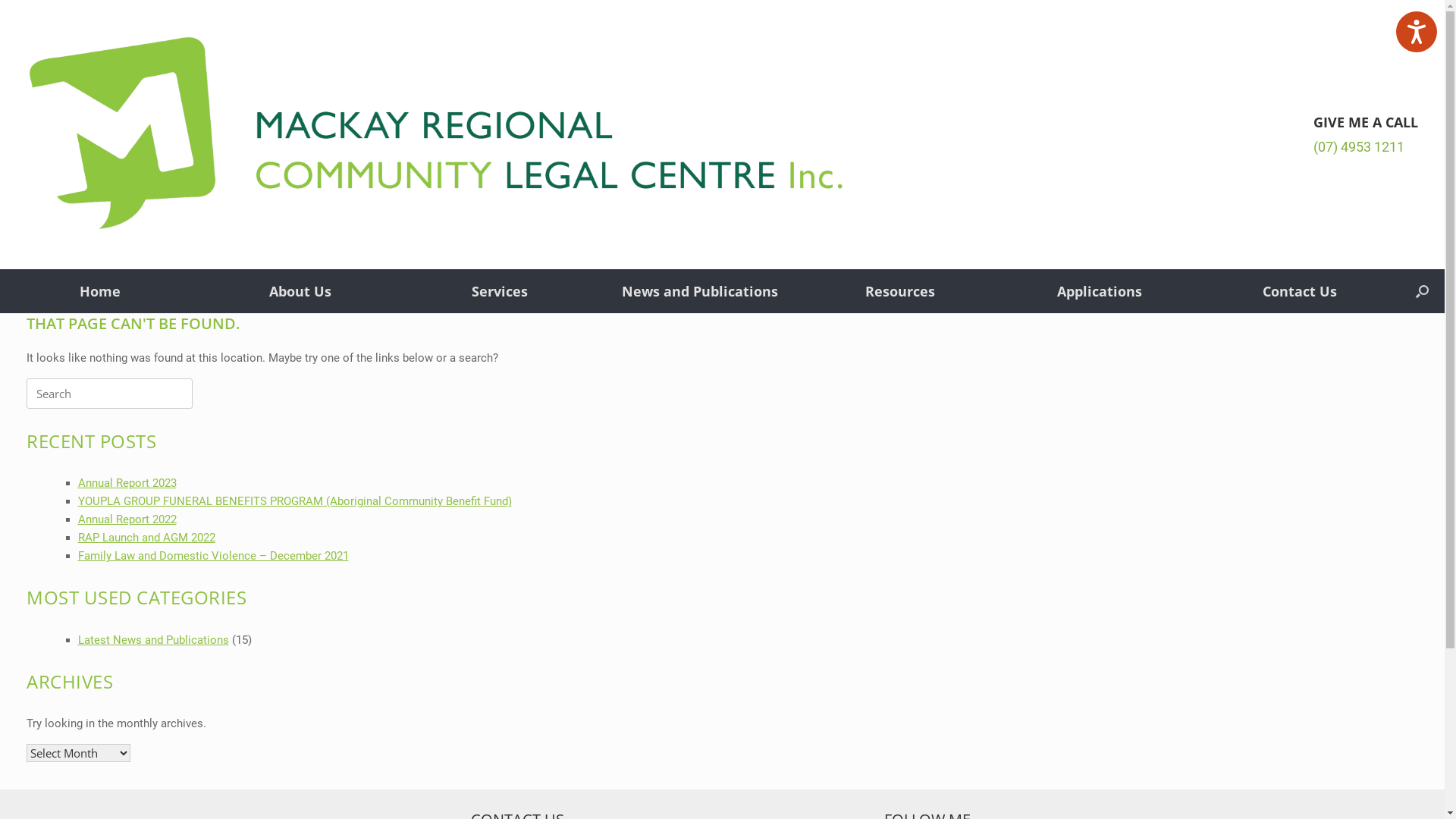 This screenshot has height=819, width=1456. I want to click on 'Home', so click(99, 291).